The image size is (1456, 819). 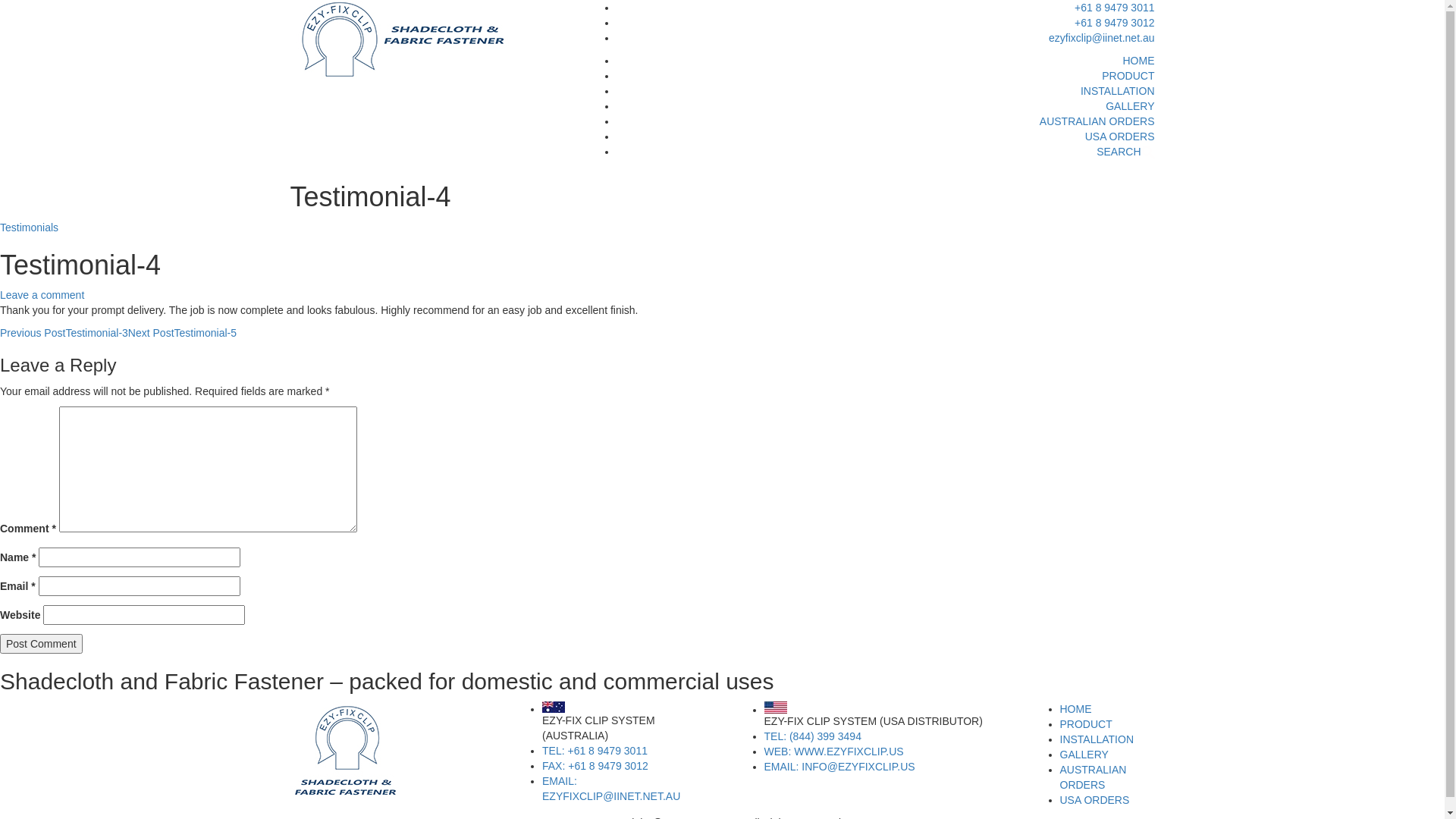 What do you see at coordinates (41, 643) in the screenshot?
I see `'Post Comment'` at bounding box center [41, 643].